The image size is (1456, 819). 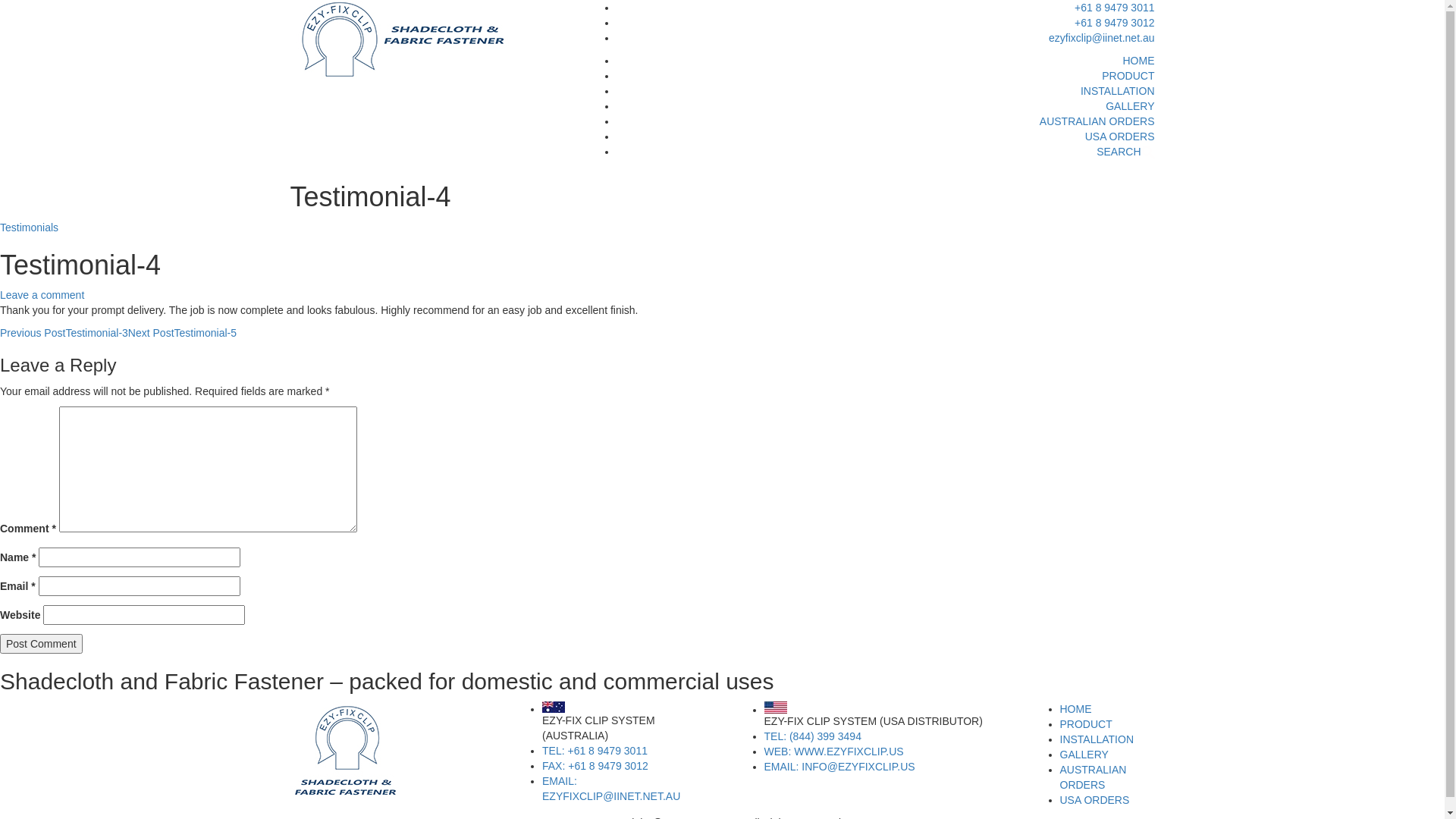 What do you see at coordinates (41, 643) in the screenshot?
I see `'Post Comment'` at bounding box center [41, 643].